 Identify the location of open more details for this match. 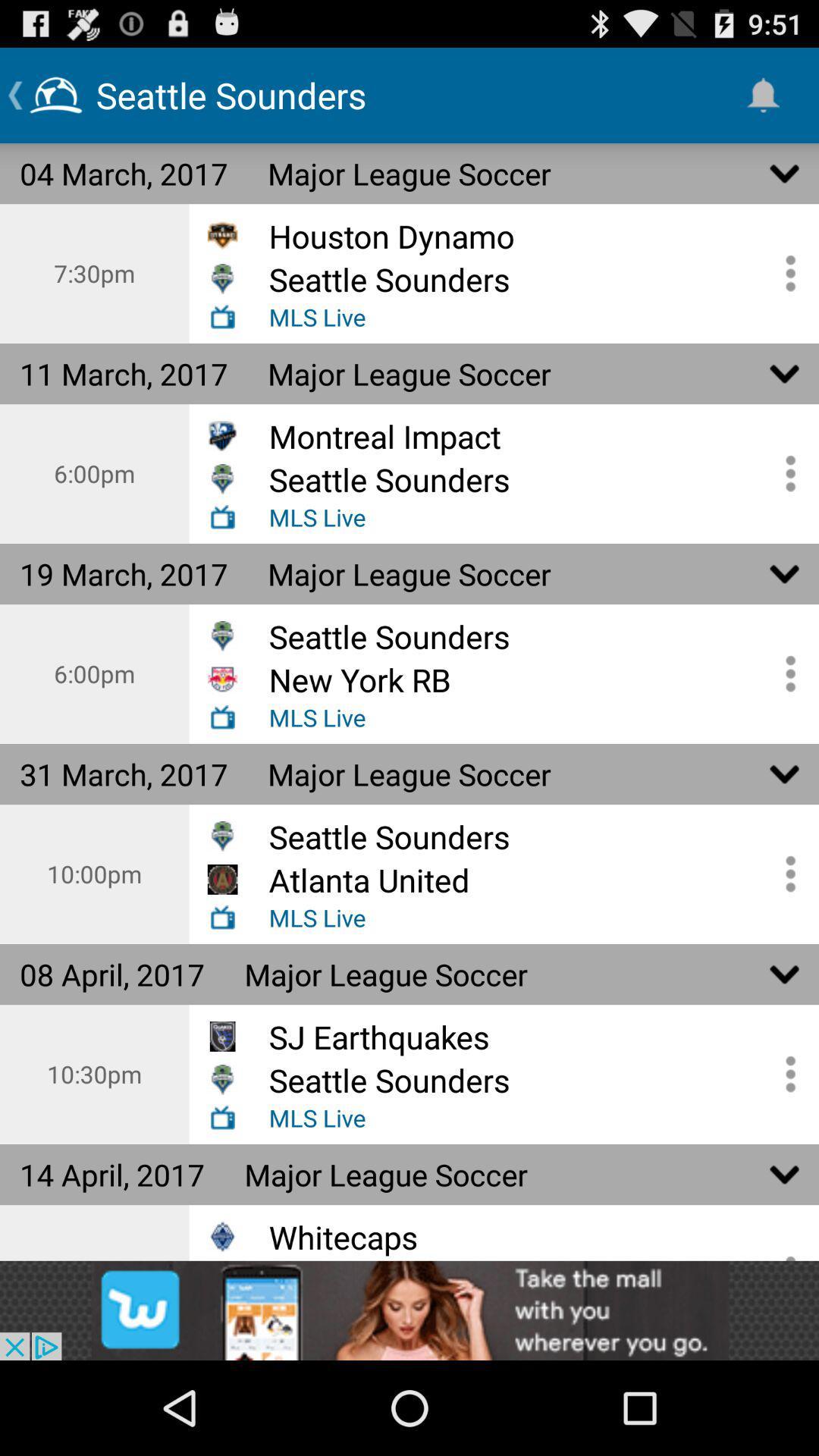
(785, 273).